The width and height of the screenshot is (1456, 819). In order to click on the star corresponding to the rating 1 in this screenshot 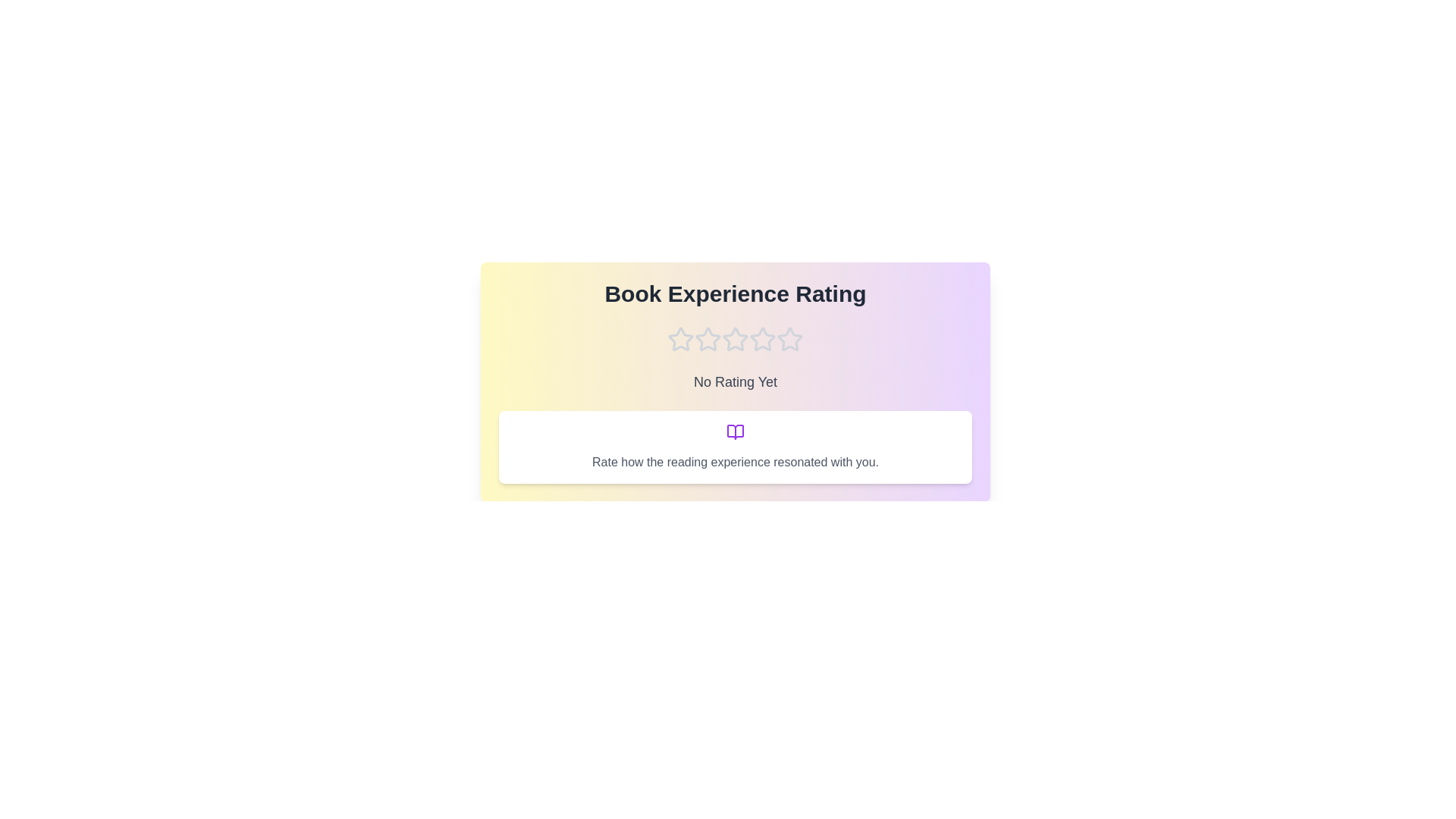, I will do `click(679, 338)`.